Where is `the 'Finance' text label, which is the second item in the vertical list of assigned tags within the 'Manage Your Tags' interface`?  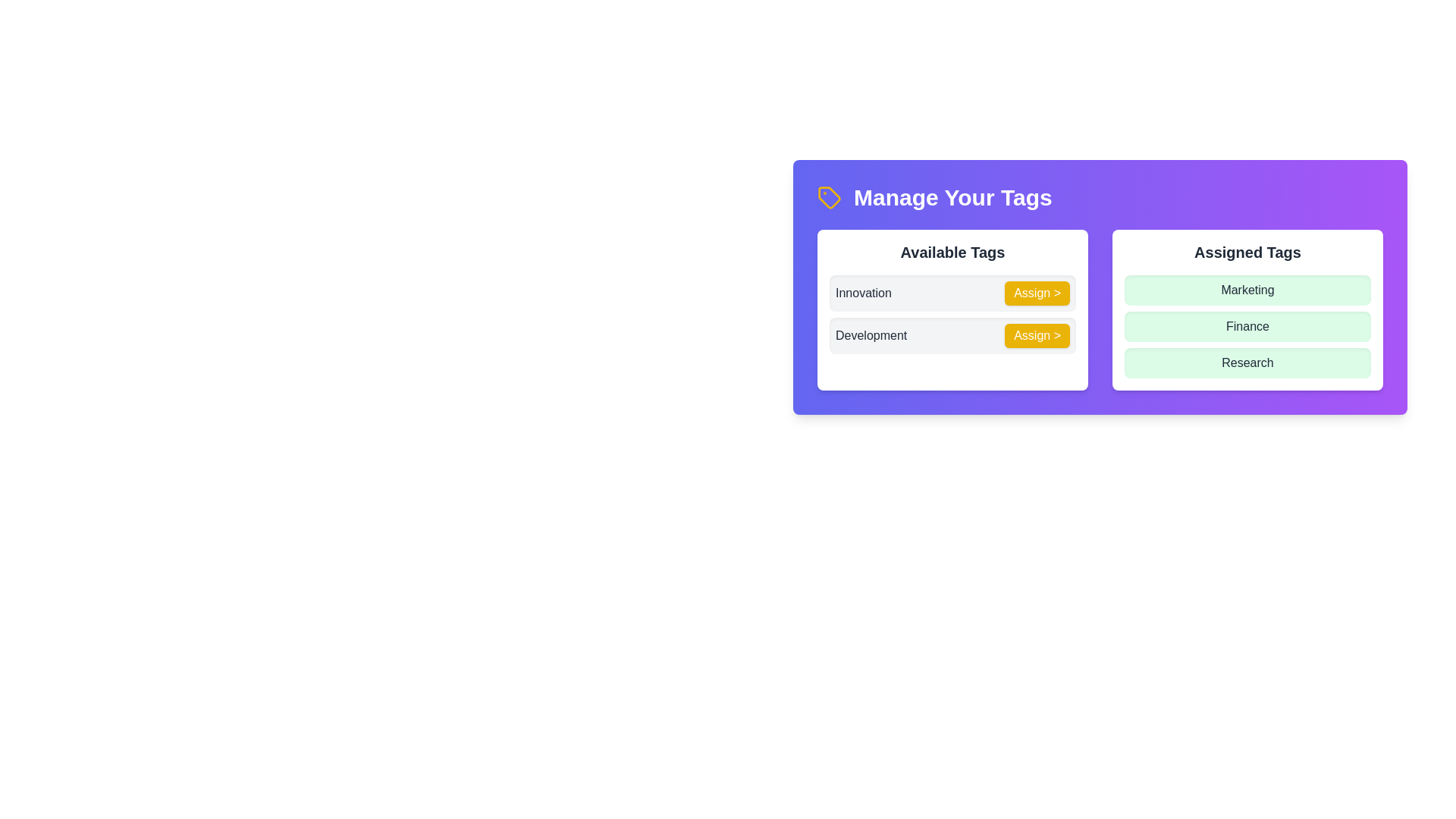 the 'Finance' text label, which is the second item in the vertical list of assigned tags within the 'Manage Your Tags' interface is located at coordinates (1247, 326).